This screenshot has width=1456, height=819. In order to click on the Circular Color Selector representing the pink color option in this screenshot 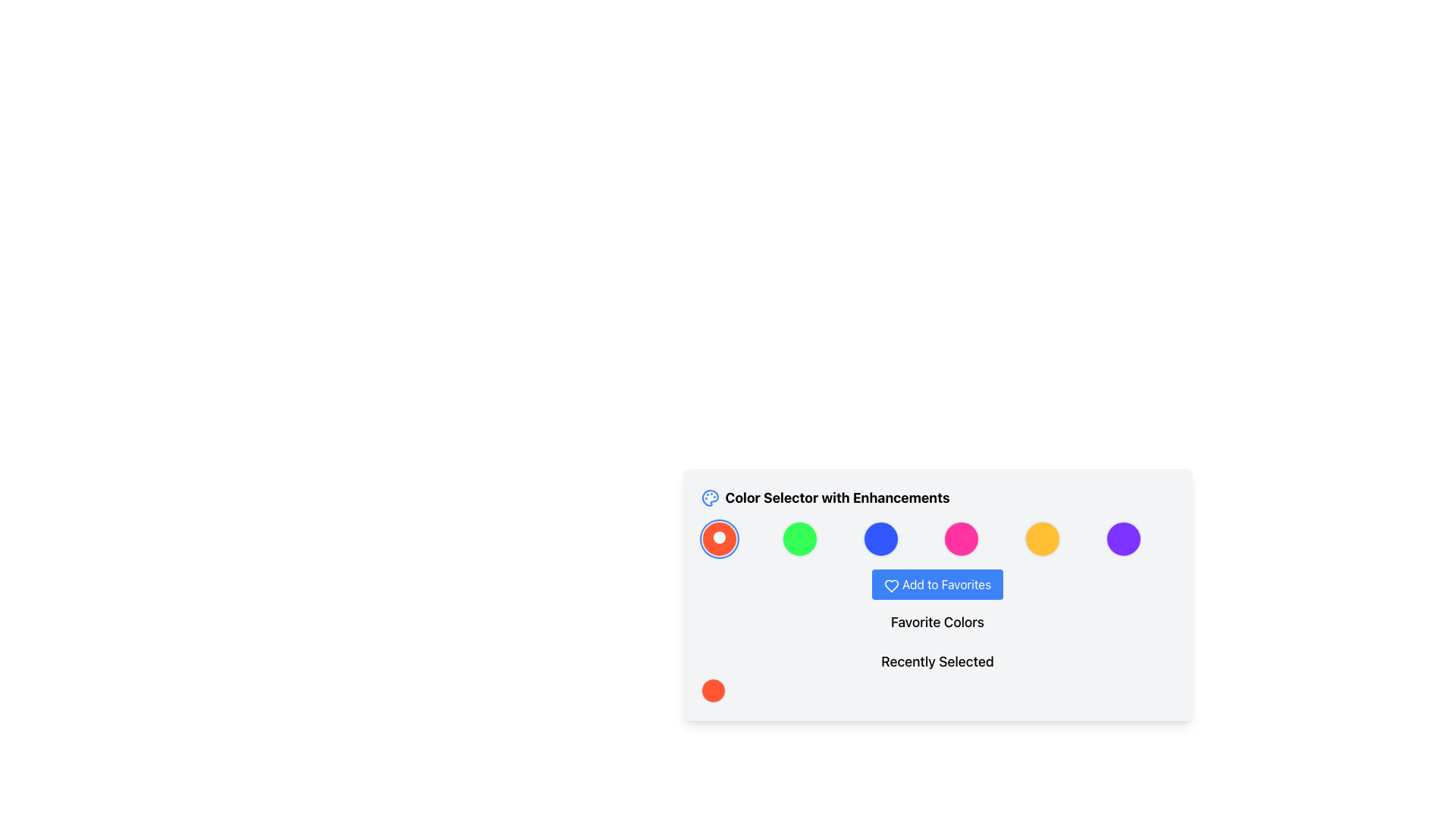, I will do `click(960, 538)`.